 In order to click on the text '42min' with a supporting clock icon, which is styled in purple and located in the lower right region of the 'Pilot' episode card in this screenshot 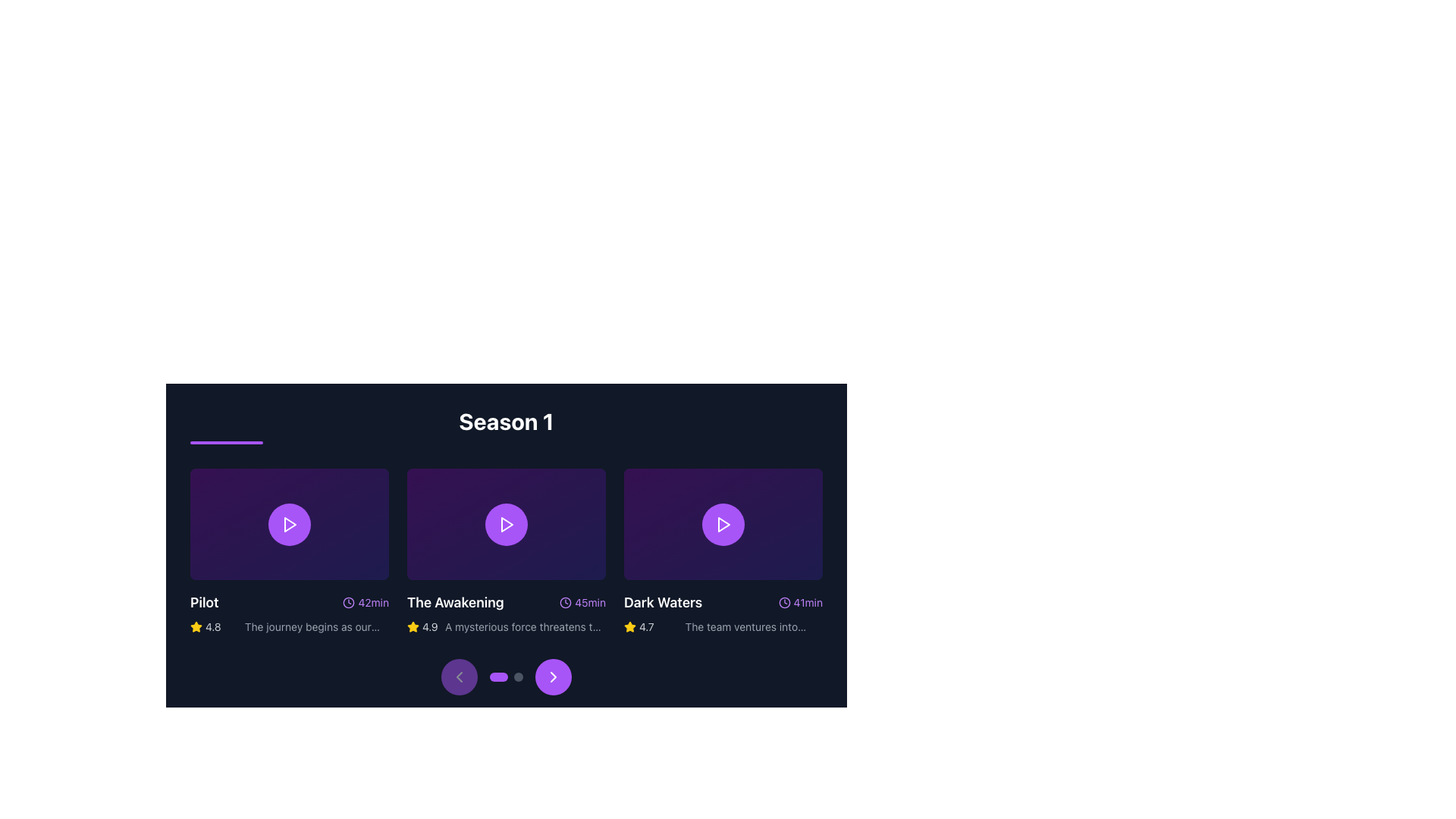, I will do `click(366, 602)`.